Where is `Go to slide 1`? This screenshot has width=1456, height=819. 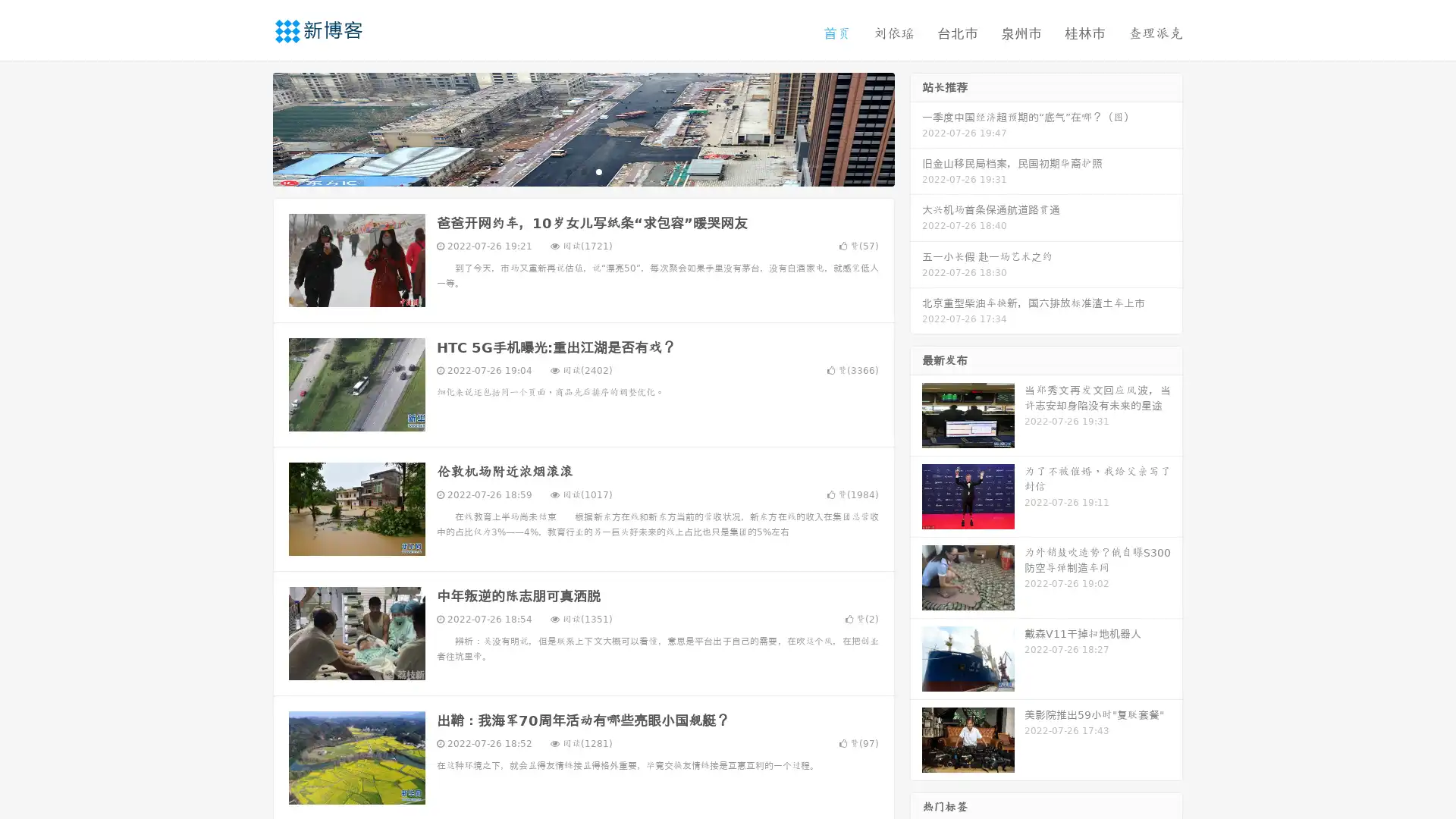
Go to slide 1 is located at coordinates (567, 171).